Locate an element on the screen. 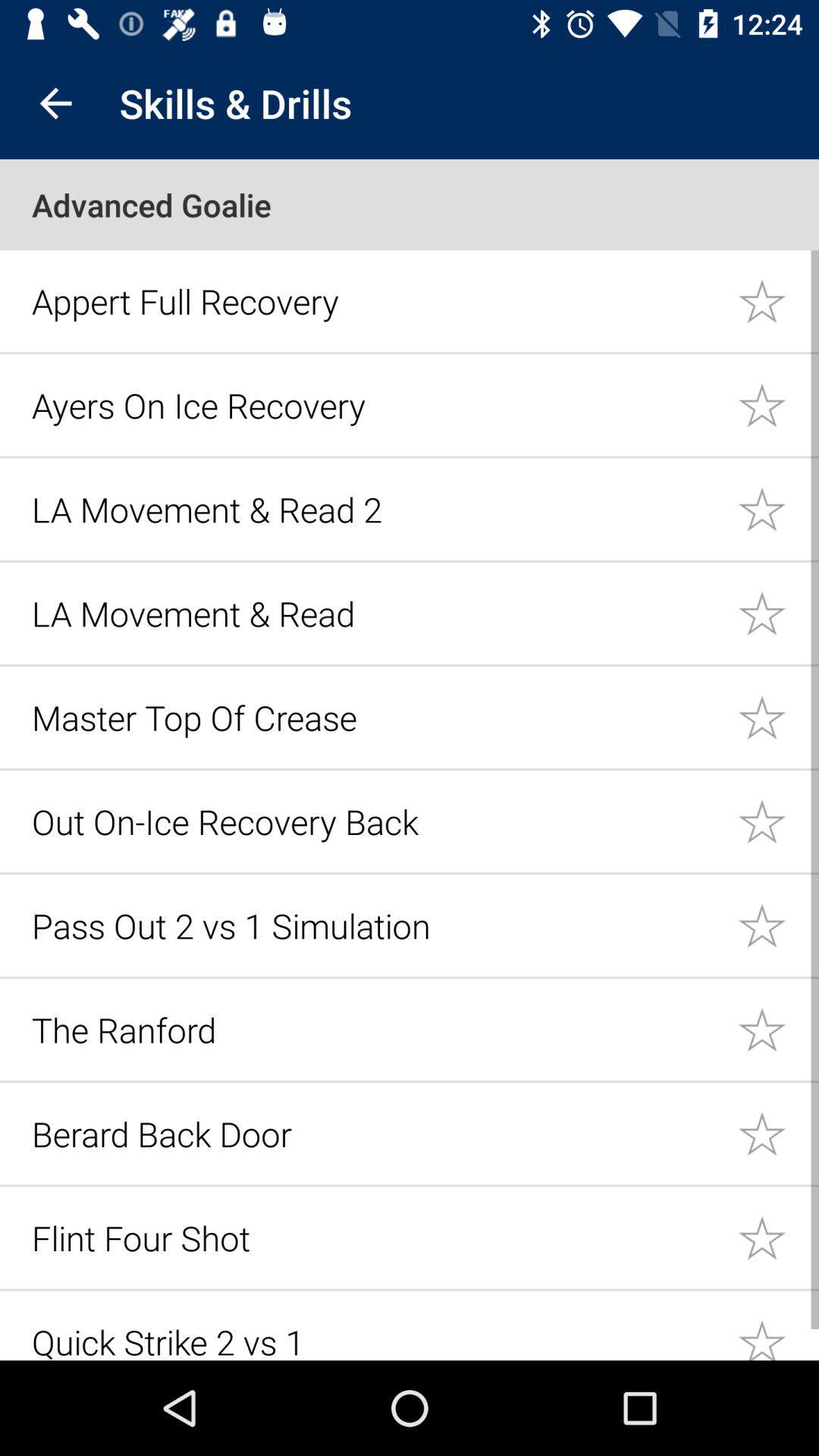  item is located at coordinates (778, 716).